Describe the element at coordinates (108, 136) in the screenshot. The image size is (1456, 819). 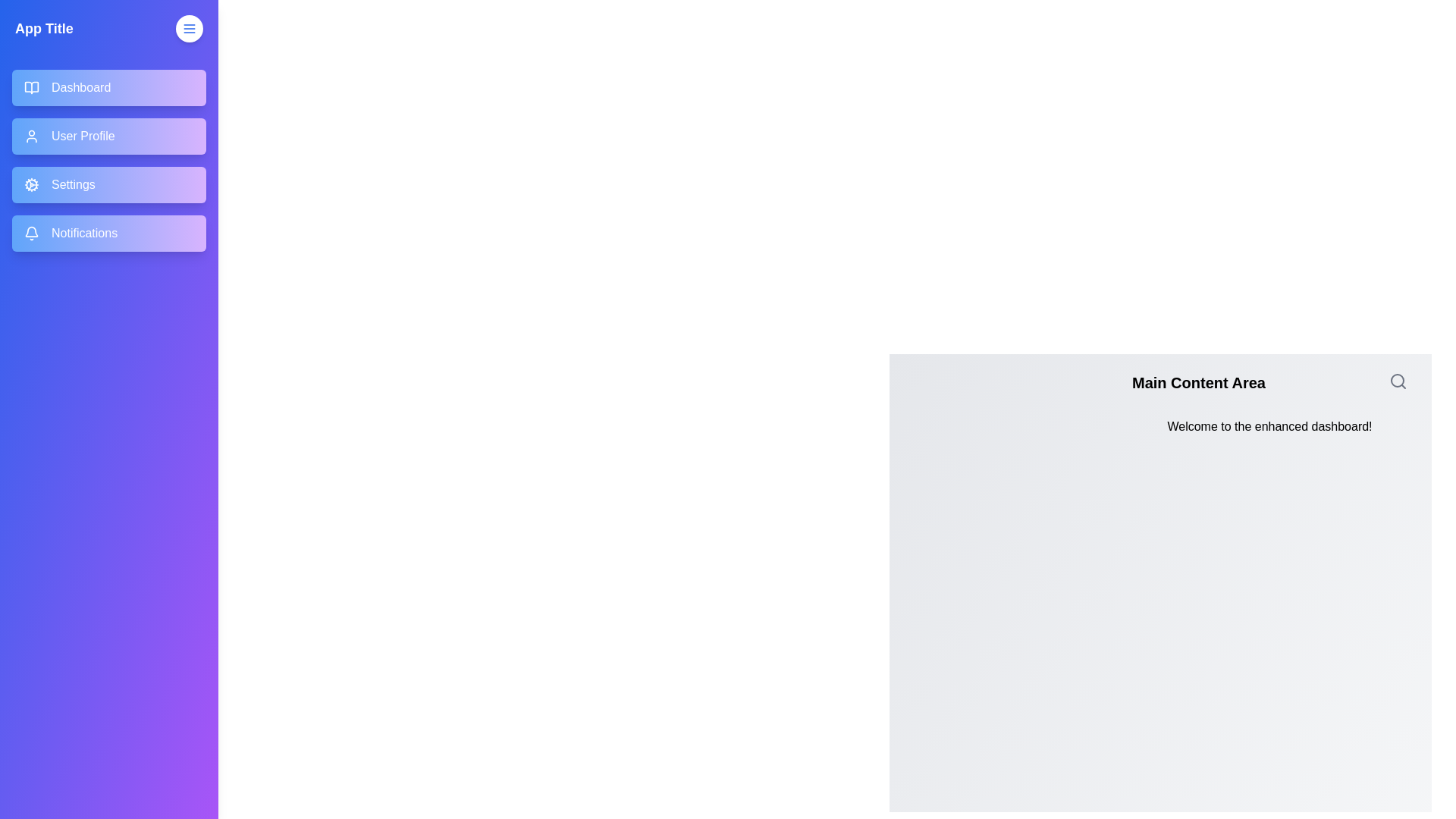
I see `the menu item User Profile in the drawer` at that location.